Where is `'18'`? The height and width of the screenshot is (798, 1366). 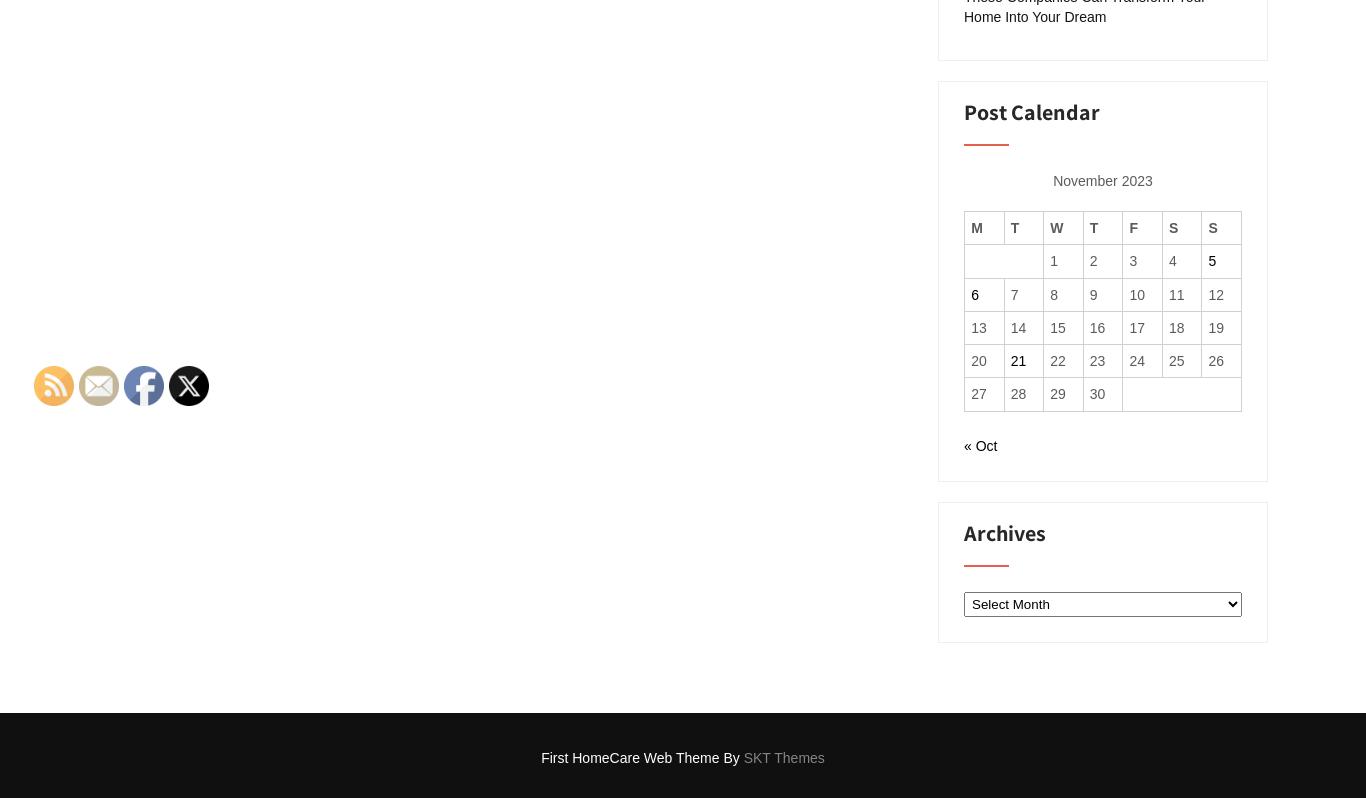
'18' is located at coordinates (1175, 327).